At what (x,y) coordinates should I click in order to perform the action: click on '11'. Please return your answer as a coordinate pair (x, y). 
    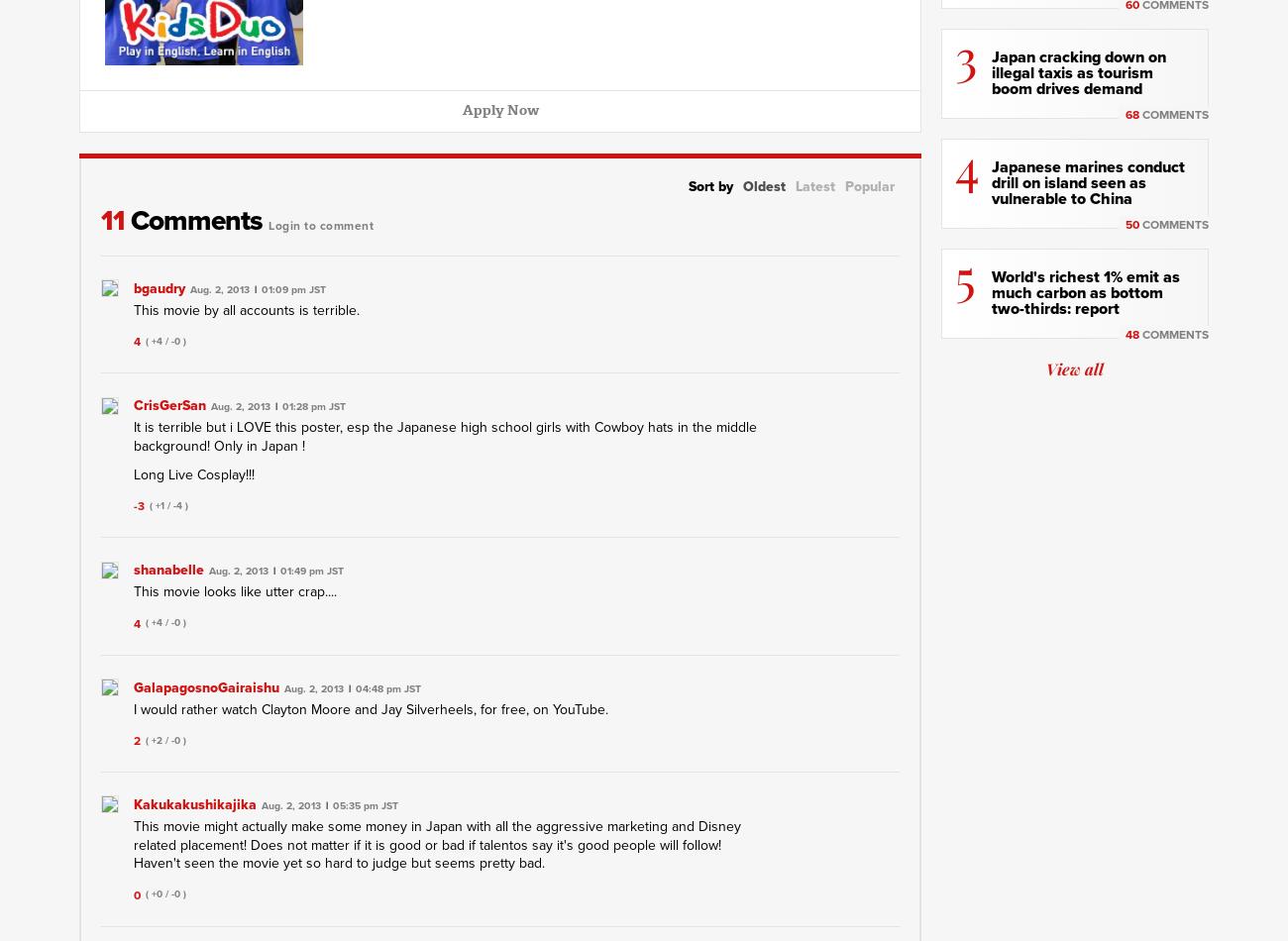
    Looking at the image, I should click on (115, 220).